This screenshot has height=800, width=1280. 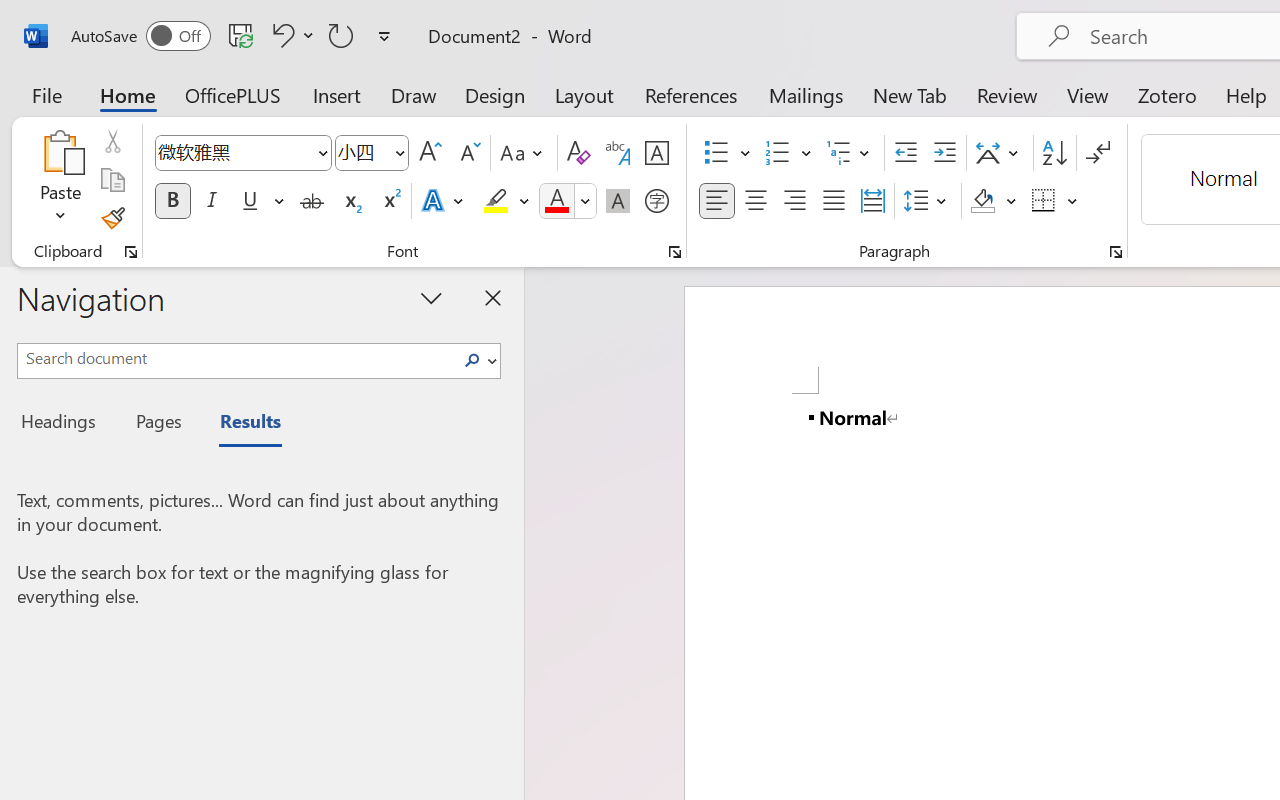 What do you see at coordinates (577, 153) in the screenshot?
I see `'Clear Formatting'` at bounding box center [577, 153].